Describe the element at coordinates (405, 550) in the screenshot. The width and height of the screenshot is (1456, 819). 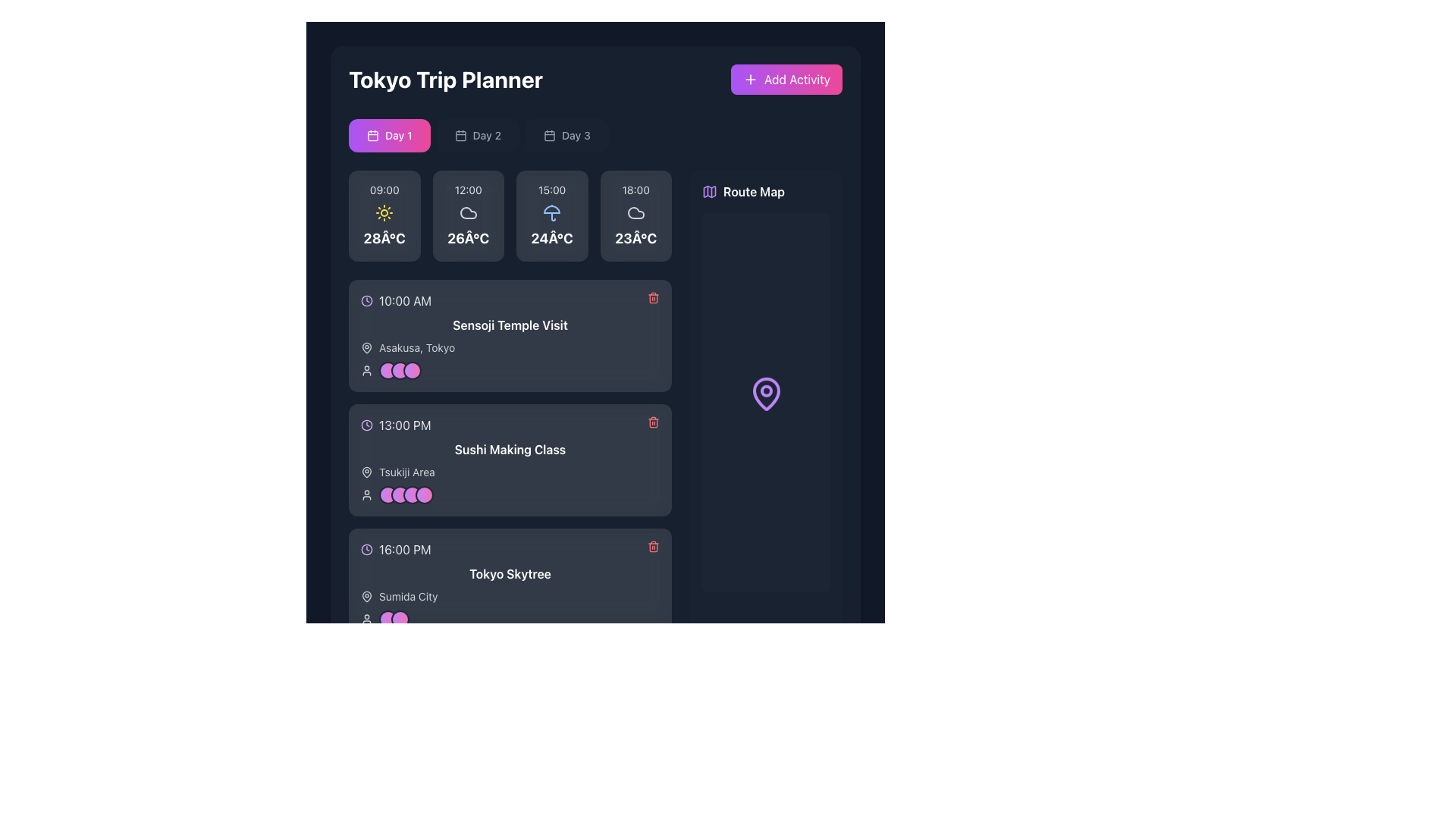
I see `the text label displaying '16:00 PM' in light gray color for additional context` at that location.